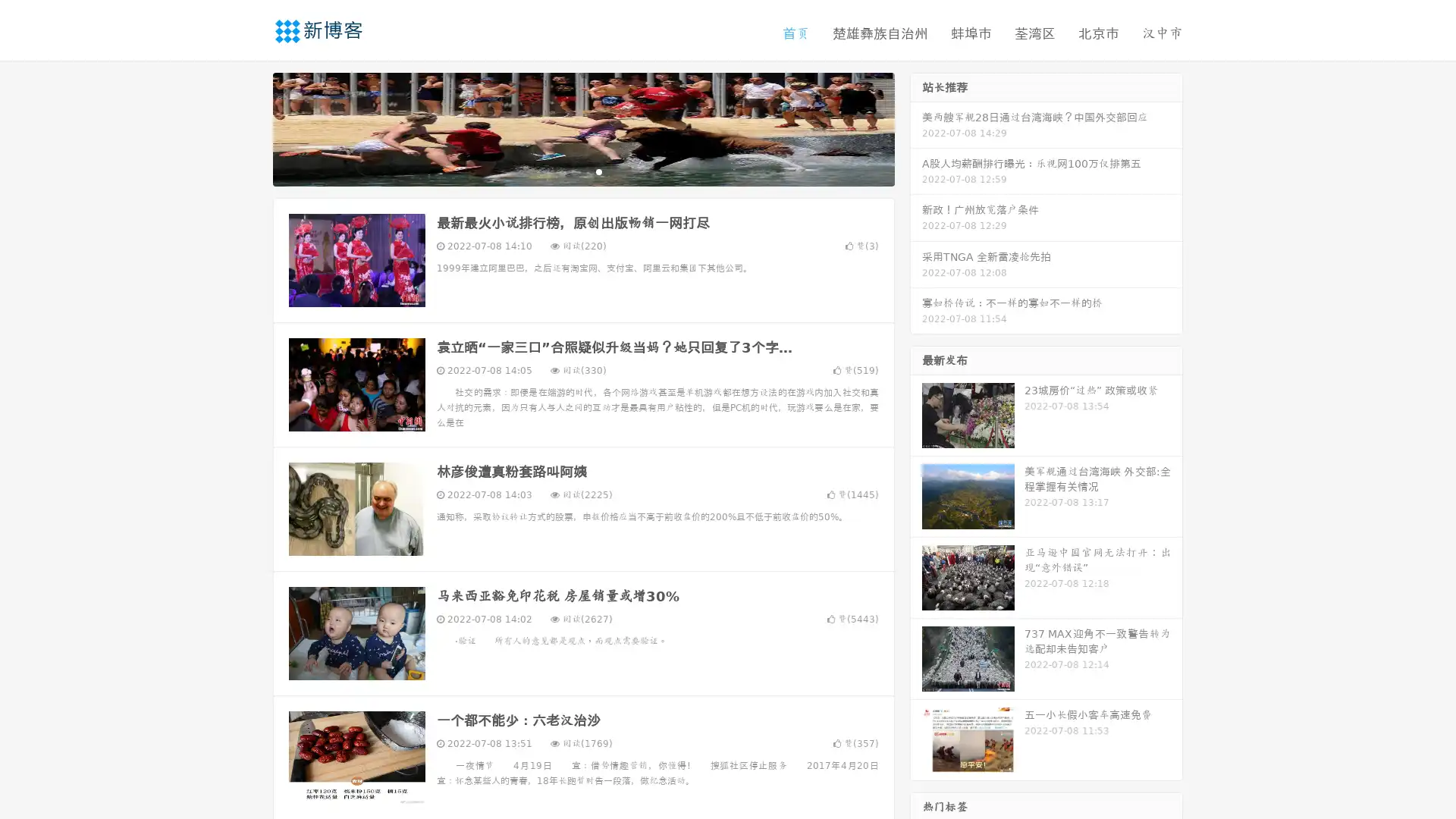 This screenshot has width=1456, height=819. I want to click on Go to slide 2, so click(582, 171).